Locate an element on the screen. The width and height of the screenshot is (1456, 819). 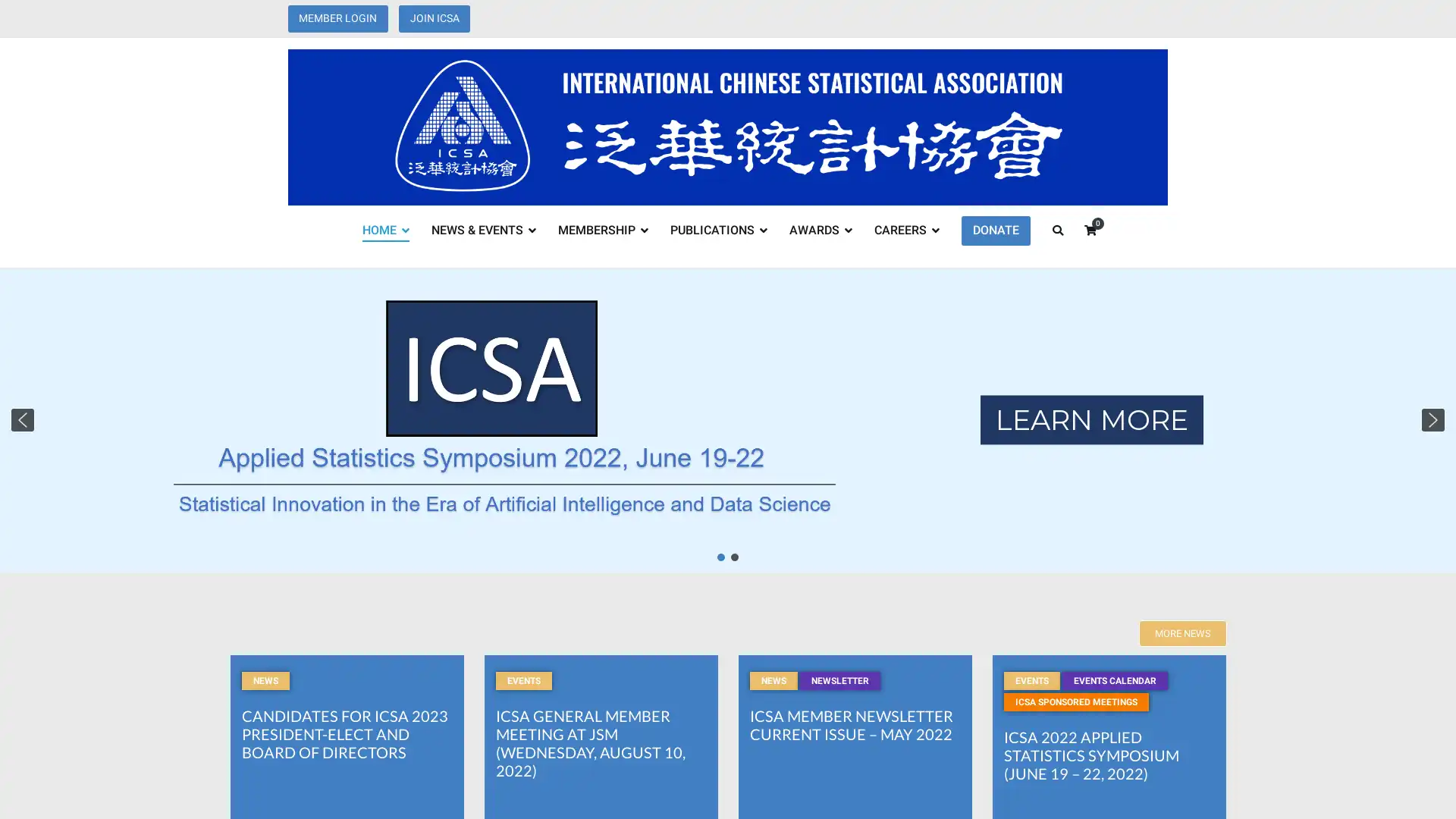
MEMBER LOGIN is located at coordinates (337, 18).